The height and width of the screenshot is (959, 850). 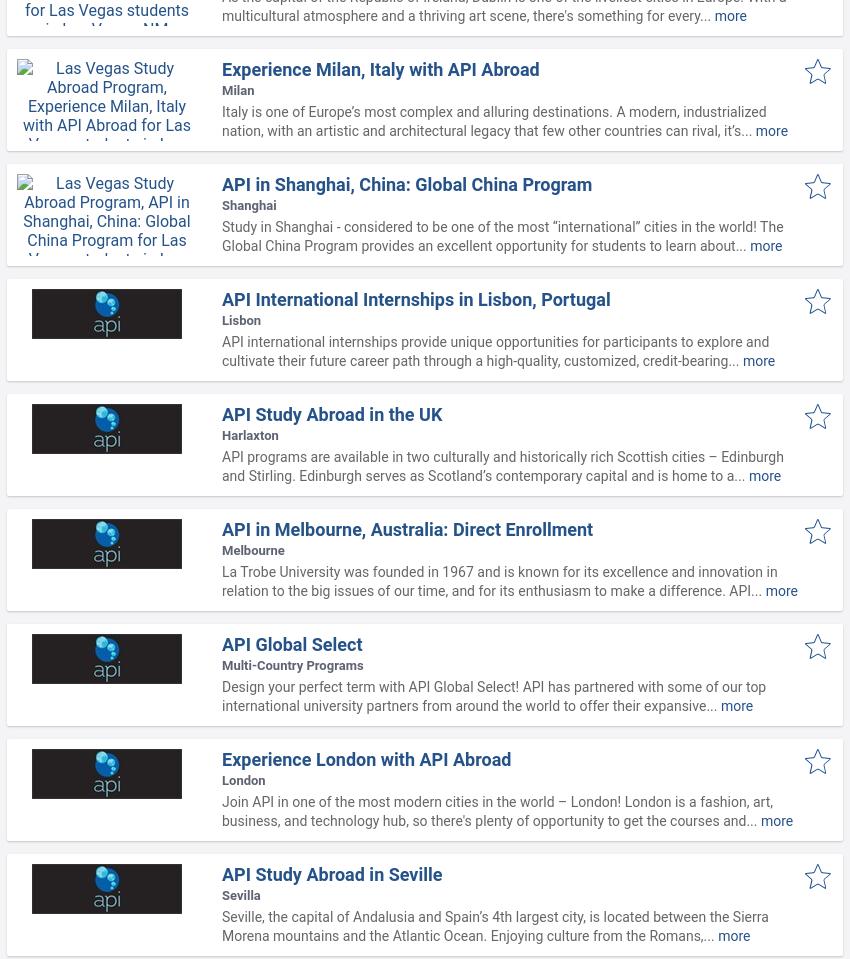 What do you see at coordinates (406, 183) in the screenshot?
I see `'API in Shanghai, China: Global China Program'` at bounding box center [406, 183].